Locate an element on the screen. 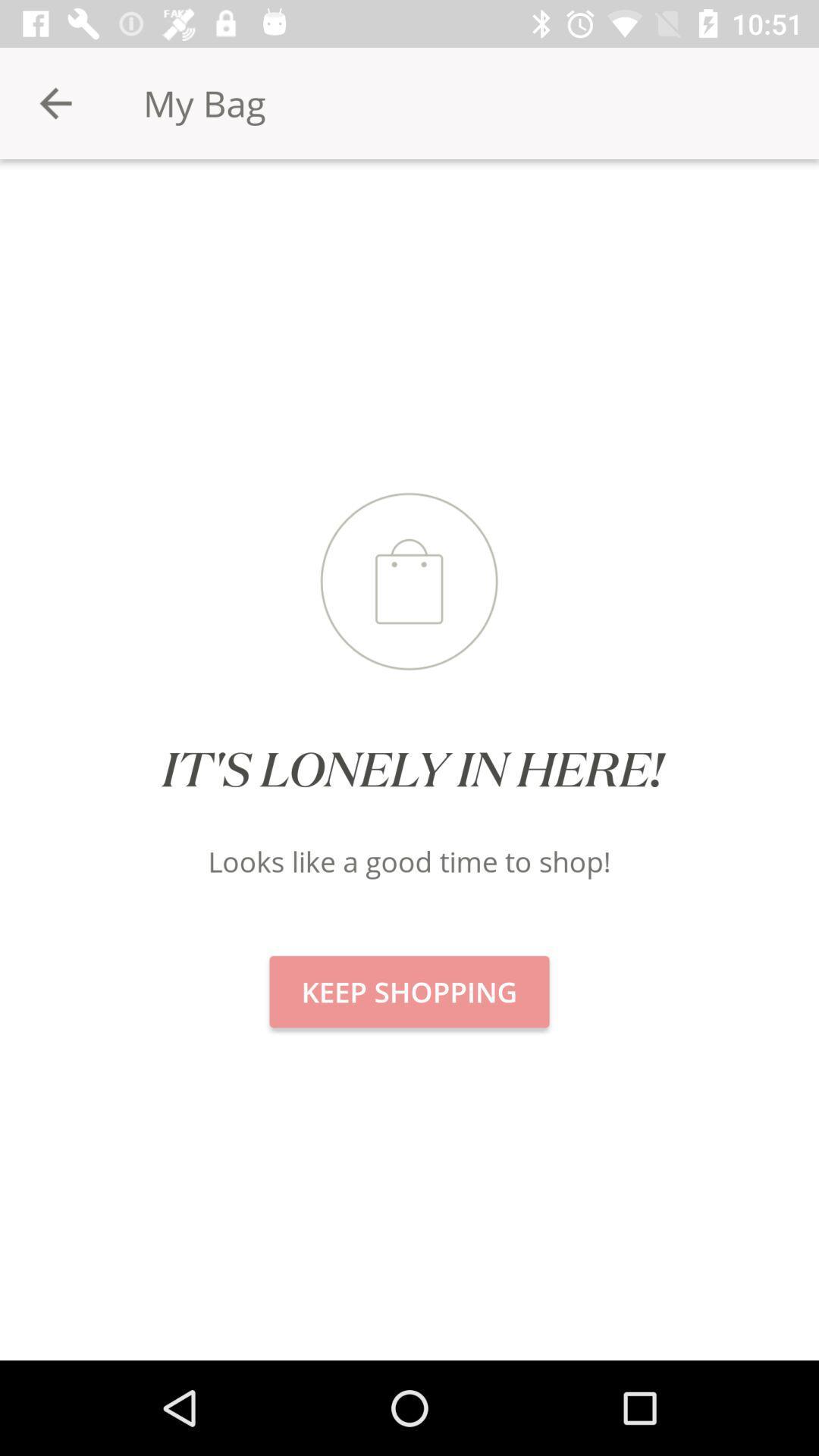 The height and width of the screenshot is (1456, 819). the keep shopping icon is located at coordinates (409, 992).